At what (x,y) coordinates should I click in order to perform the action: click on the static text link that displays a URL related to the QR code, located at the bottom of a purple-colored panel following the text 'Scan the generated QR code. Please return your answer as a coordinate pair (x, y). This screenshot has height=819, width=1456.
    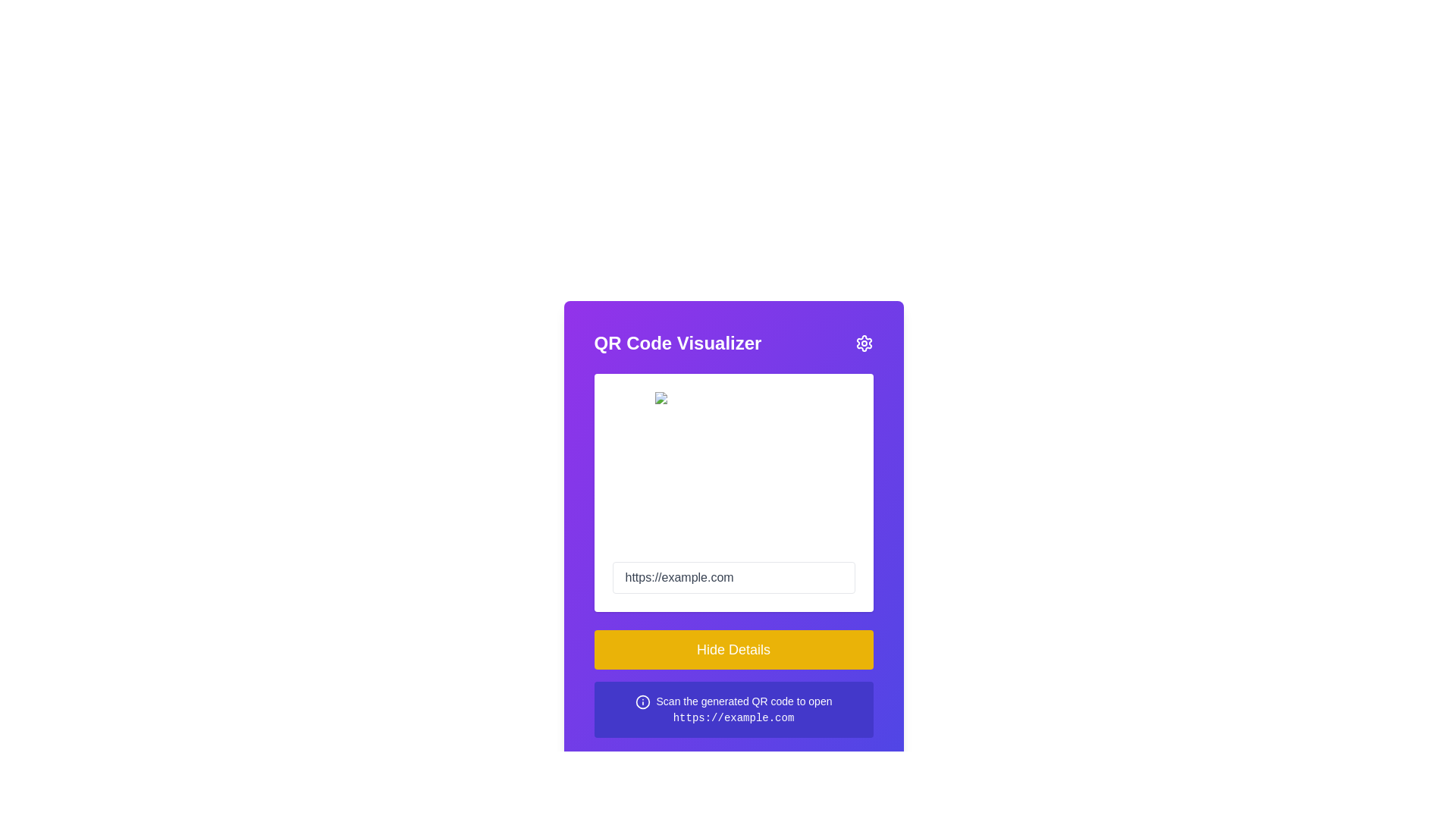
    Looking at the image, I should click on (733, 717).